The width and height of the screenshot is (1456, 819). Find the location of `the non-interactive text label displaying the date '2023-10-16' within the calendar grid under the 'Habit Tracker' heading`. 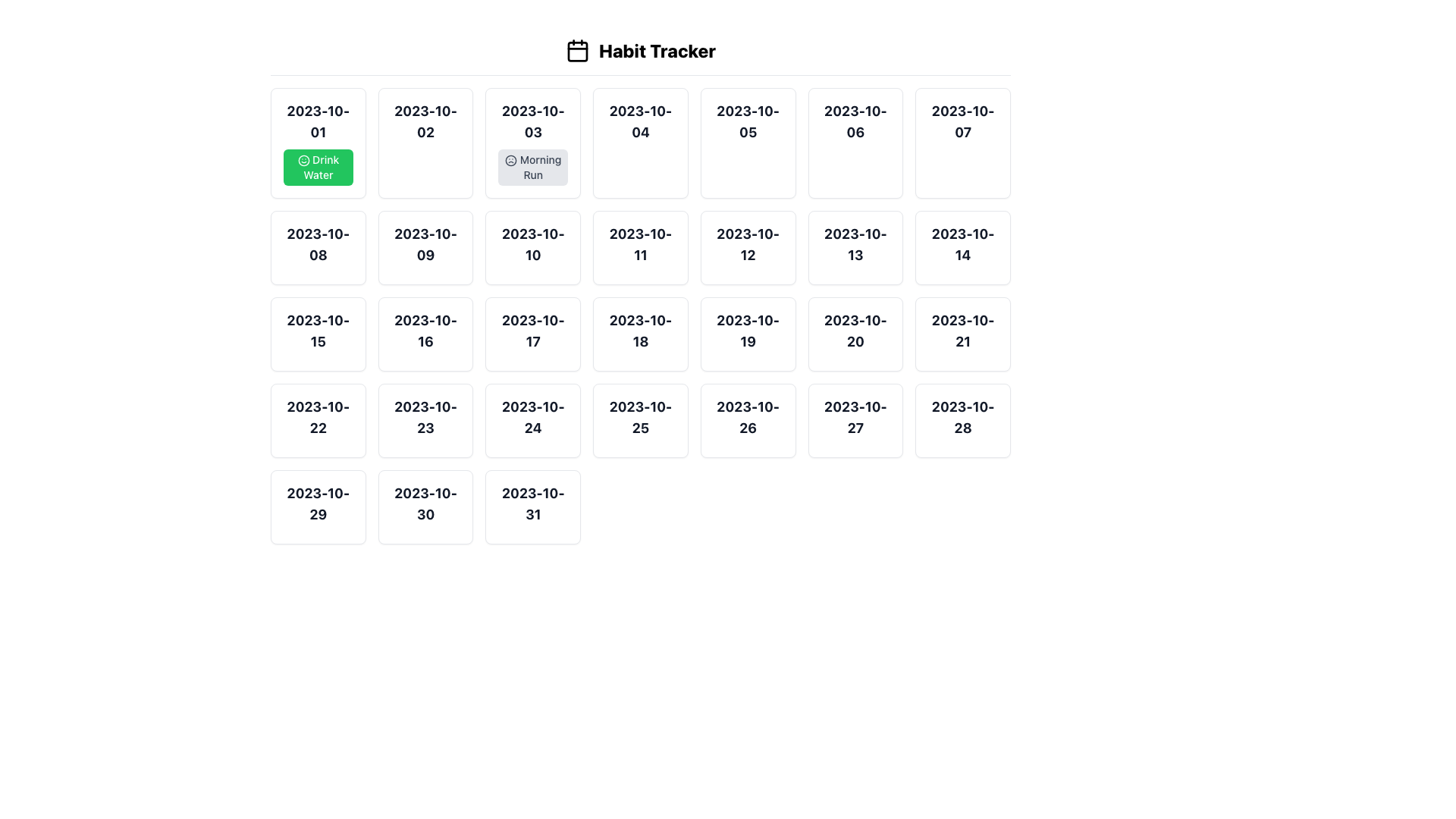

the non-interactive text label displaying the date '2023-10-16' within the calendar grid under the 'Habit Tracker' heading is located at coordinates (425, 330).